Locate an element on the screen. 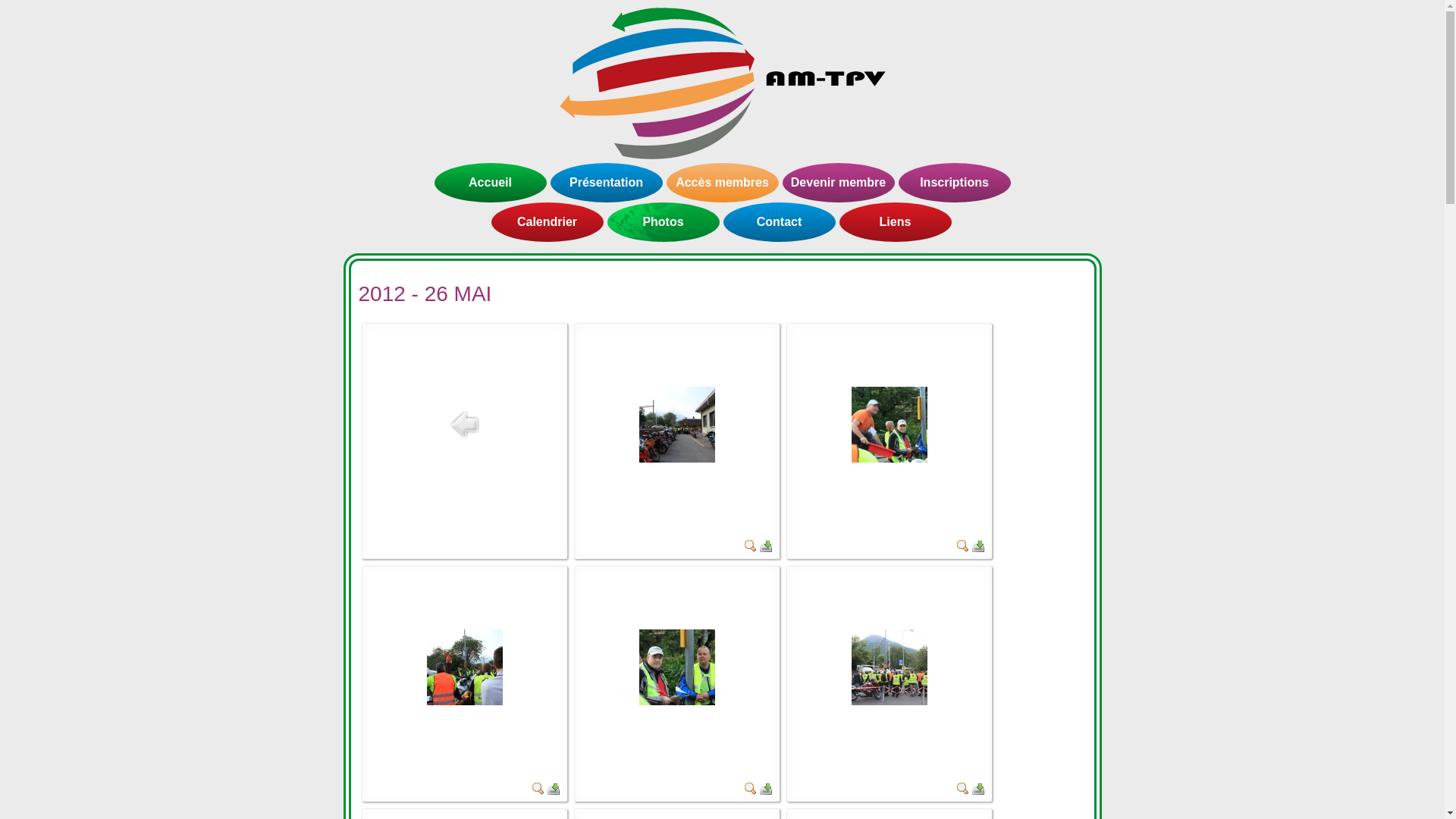 Image resolution: width=1456 pixels, height=819 pixels. 'Liens' is located at coordinates (895, 222).